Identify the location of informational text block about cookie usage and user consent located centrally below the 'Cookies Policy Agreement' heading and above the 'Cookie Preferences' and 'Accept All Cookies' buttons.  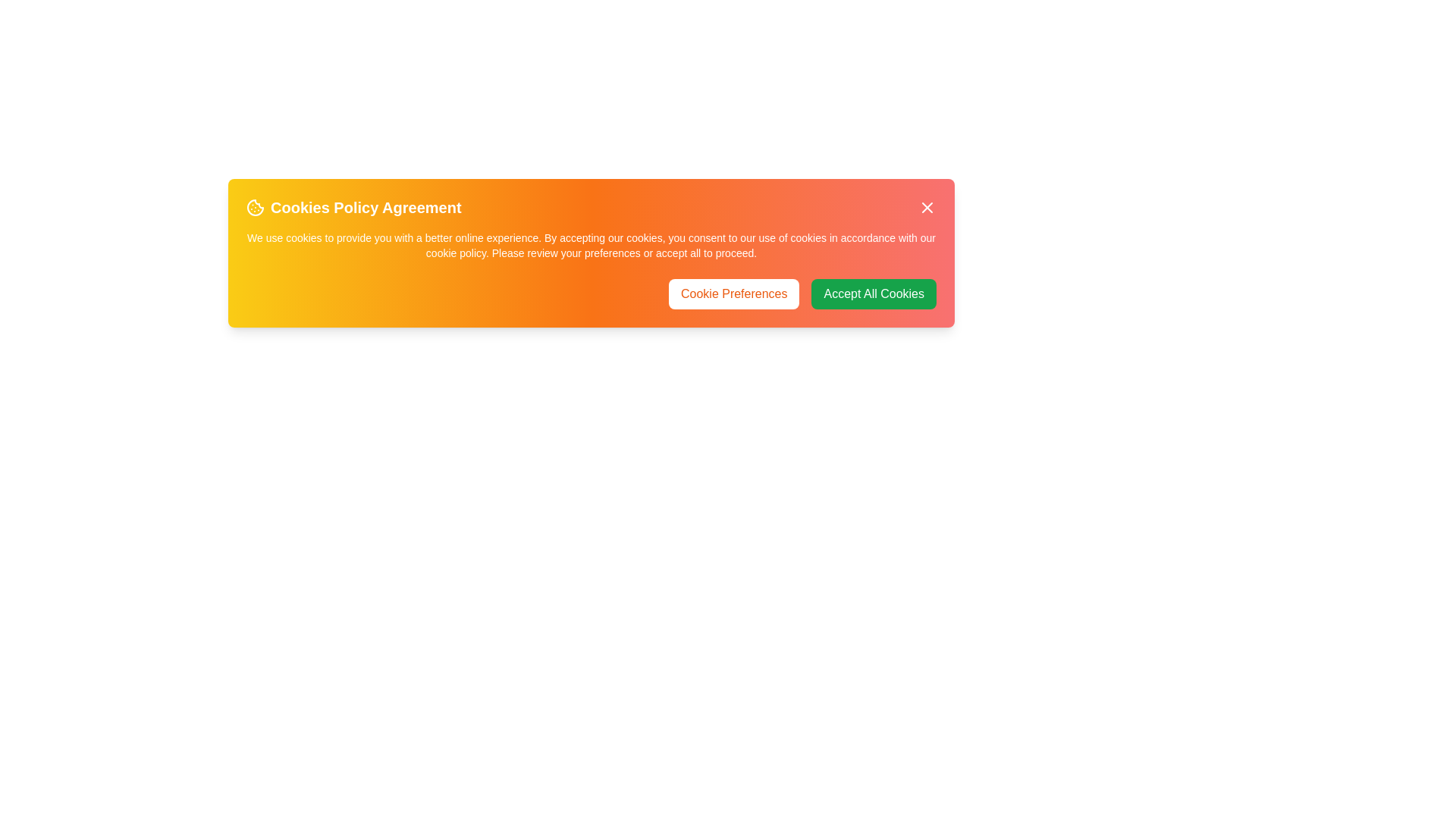
(590, 245).